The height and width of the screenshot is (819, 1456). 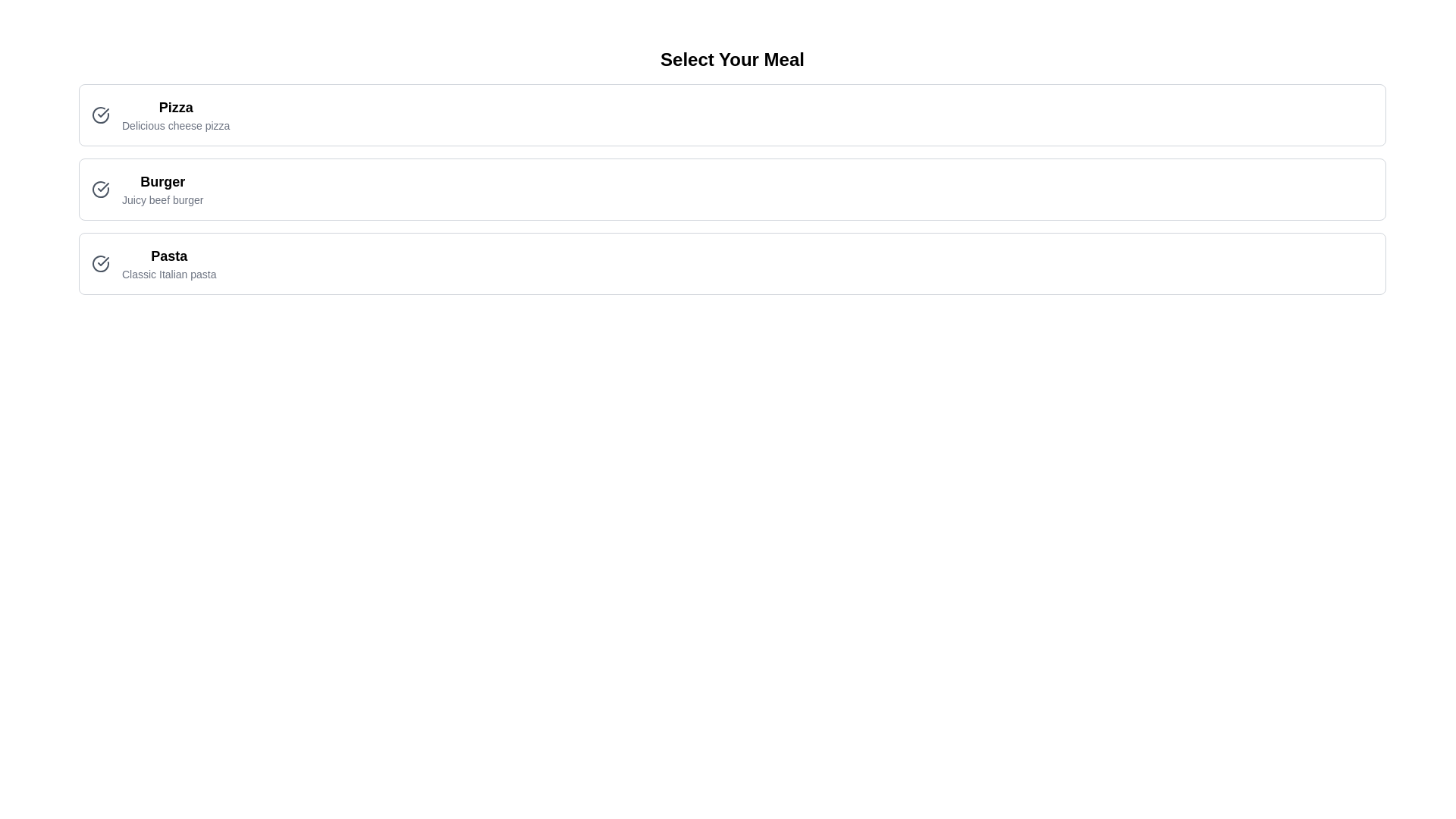 I want to click on text from the Text Label element that contains 'Delicious cheese pizza', which is positioned below the title 'Pizza' in the meal selection list, so click(x=176, y=124).